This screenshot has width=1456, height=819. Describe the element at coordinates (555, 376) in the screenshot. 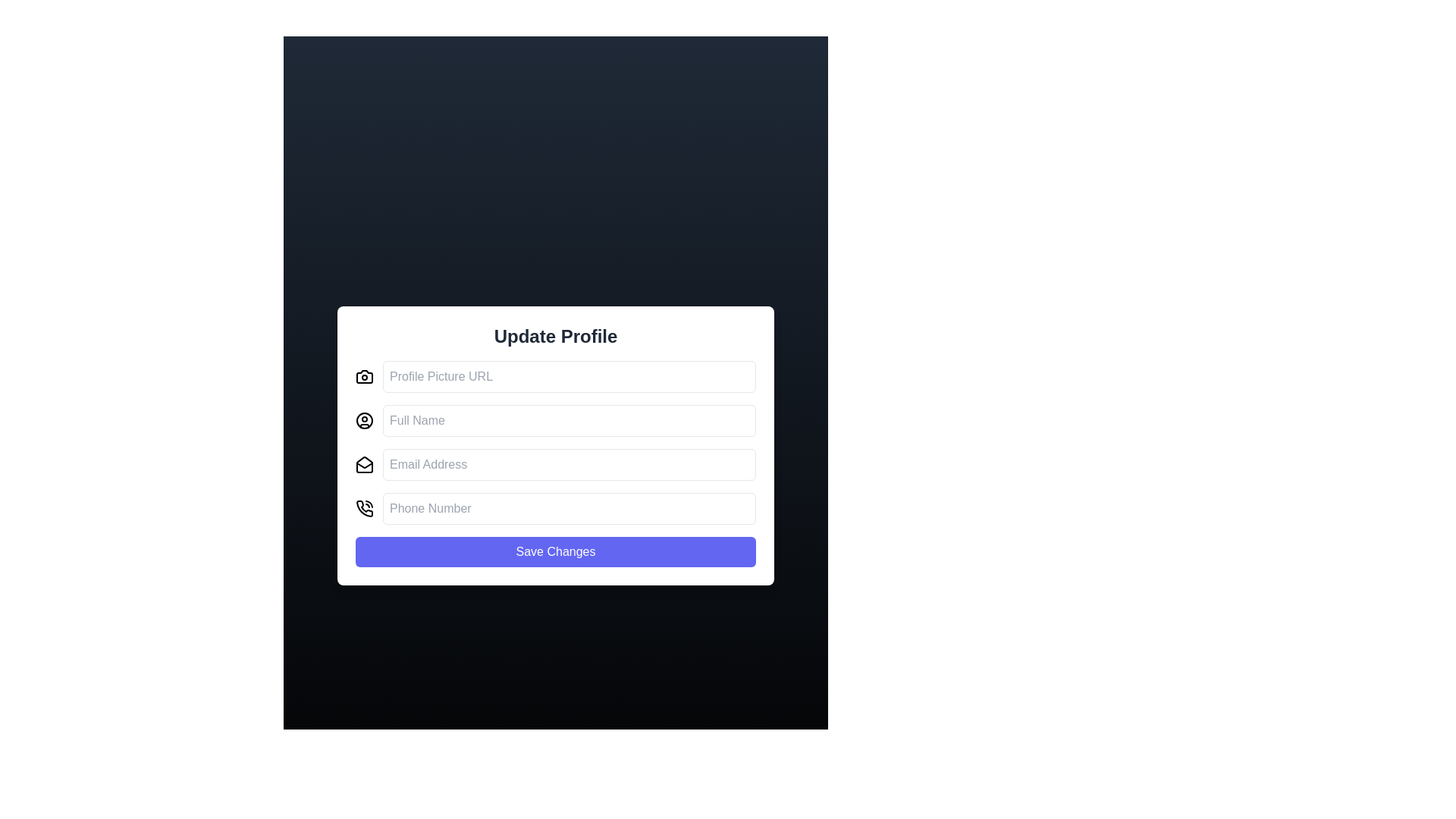

I see `keyboard navigation` at that location.